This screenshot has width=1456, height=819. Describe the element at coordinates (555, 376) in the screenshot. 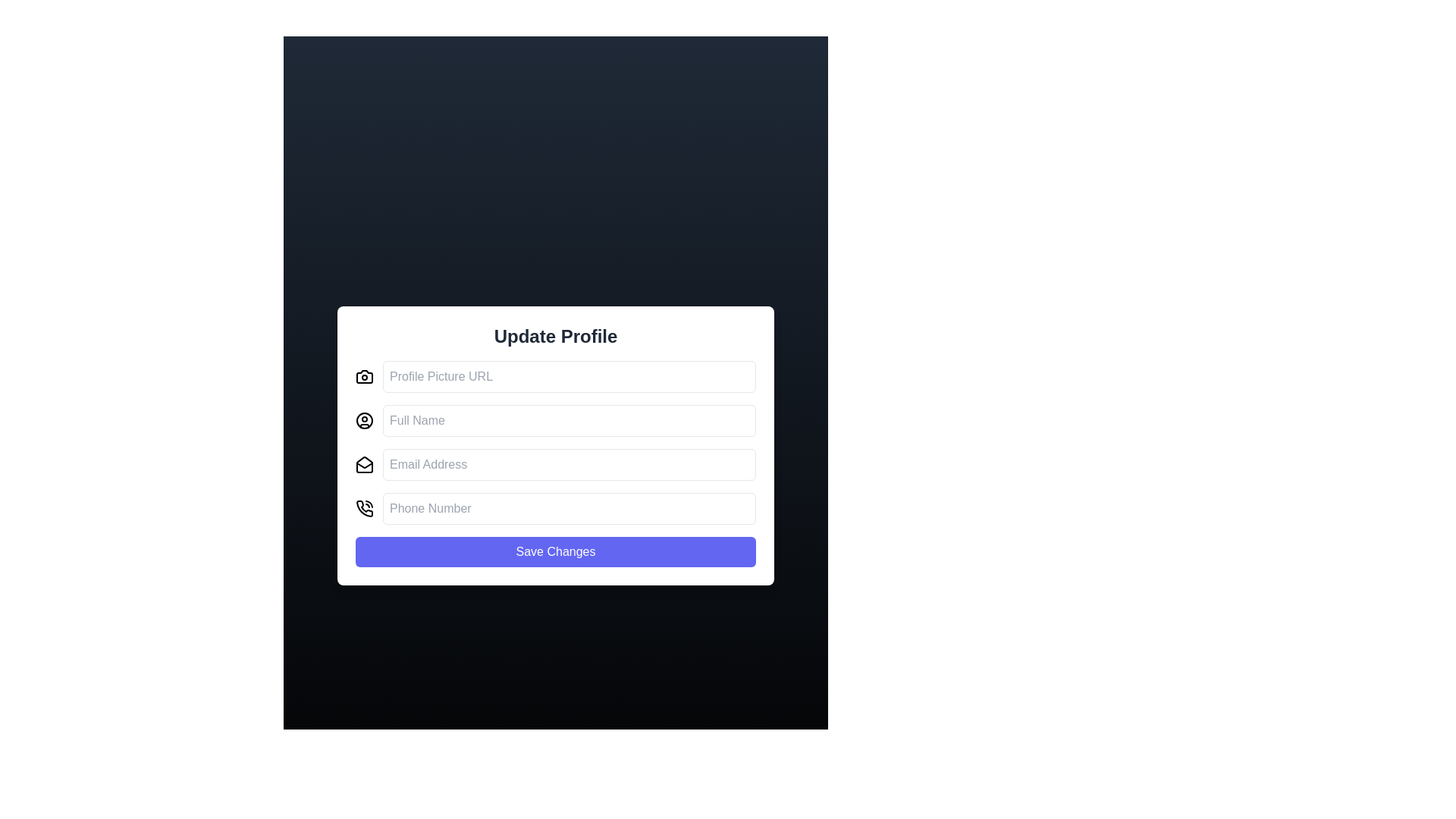

I see `keyboard navigation` at that location.